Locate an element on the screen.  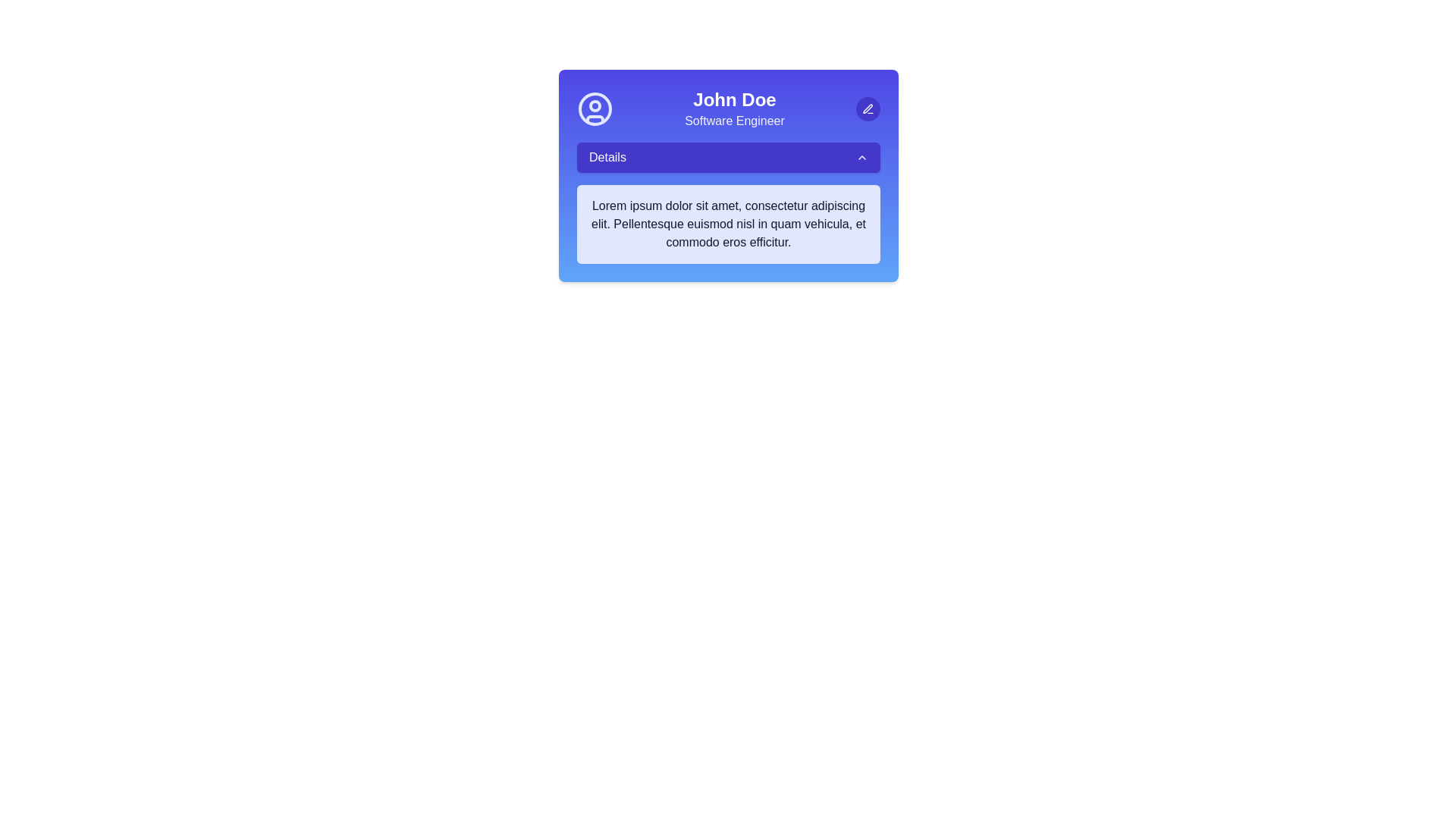
the text label that reads 'Software Engineer', which is displayed in a smaller gray font below the title 'John Doe' within a card layout is located at coordinates (735, 120).